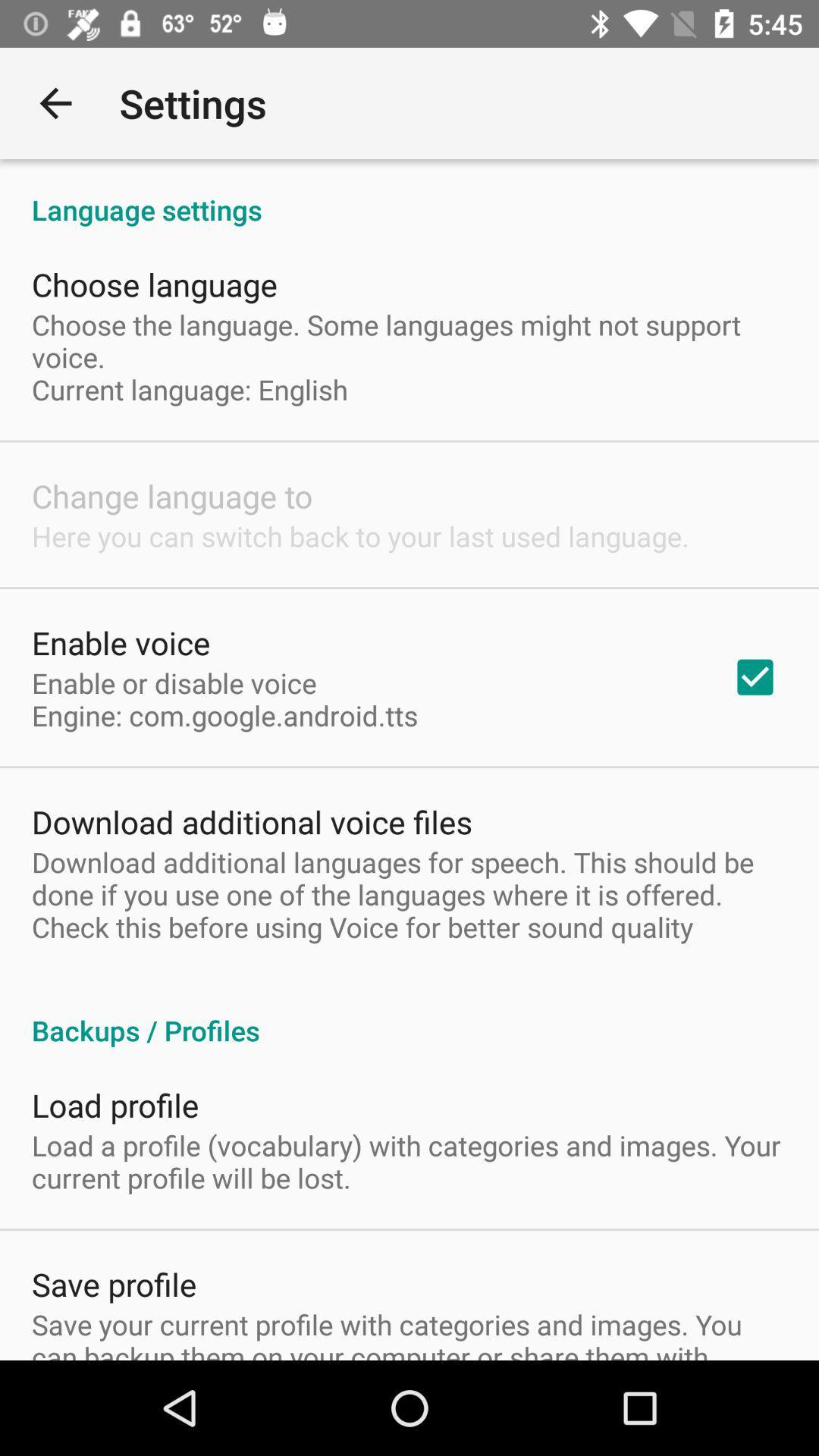  Describe the element at coordinates (755, 676) in the screenshot. I see `the item above the download additional languages app` at that location.